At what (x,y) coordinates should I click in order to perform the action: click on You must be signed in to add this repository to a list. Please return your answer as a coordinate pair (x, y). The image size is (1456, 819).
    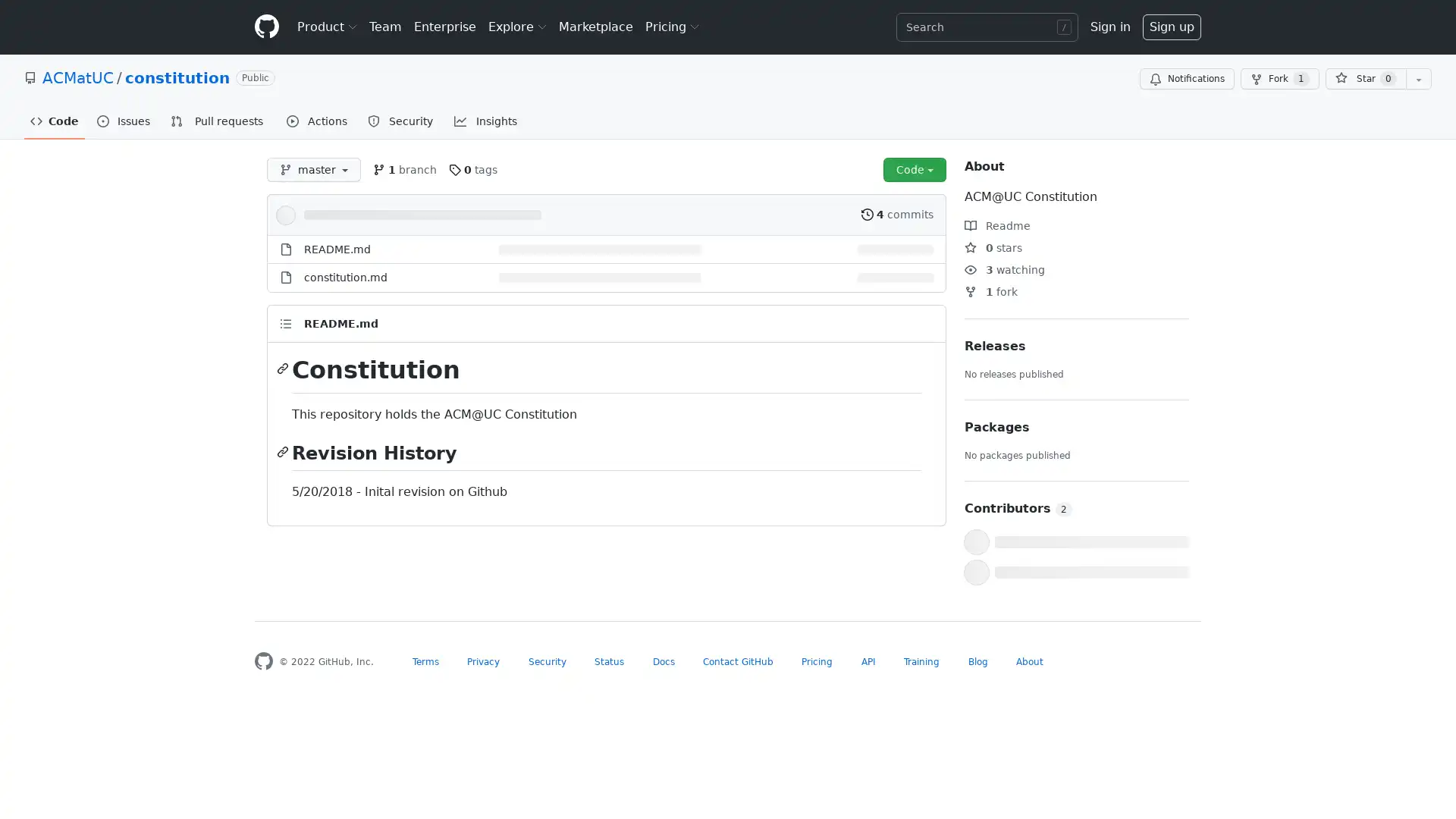
    Looking at the image, I should click on (1418, 79).